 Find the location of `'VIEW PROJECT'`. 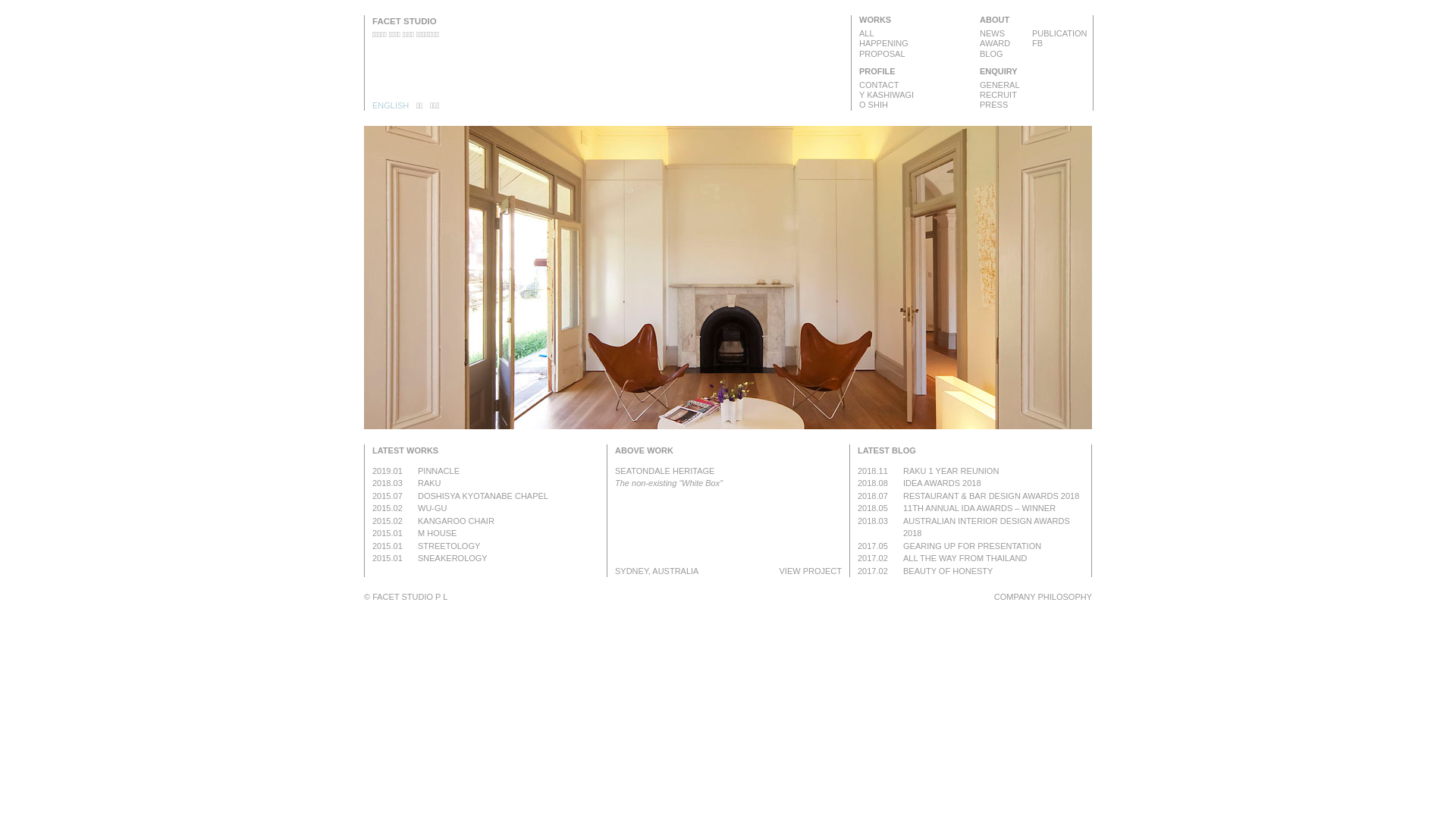

'VIEW PROJECT' is located at coordinates (779, 570).